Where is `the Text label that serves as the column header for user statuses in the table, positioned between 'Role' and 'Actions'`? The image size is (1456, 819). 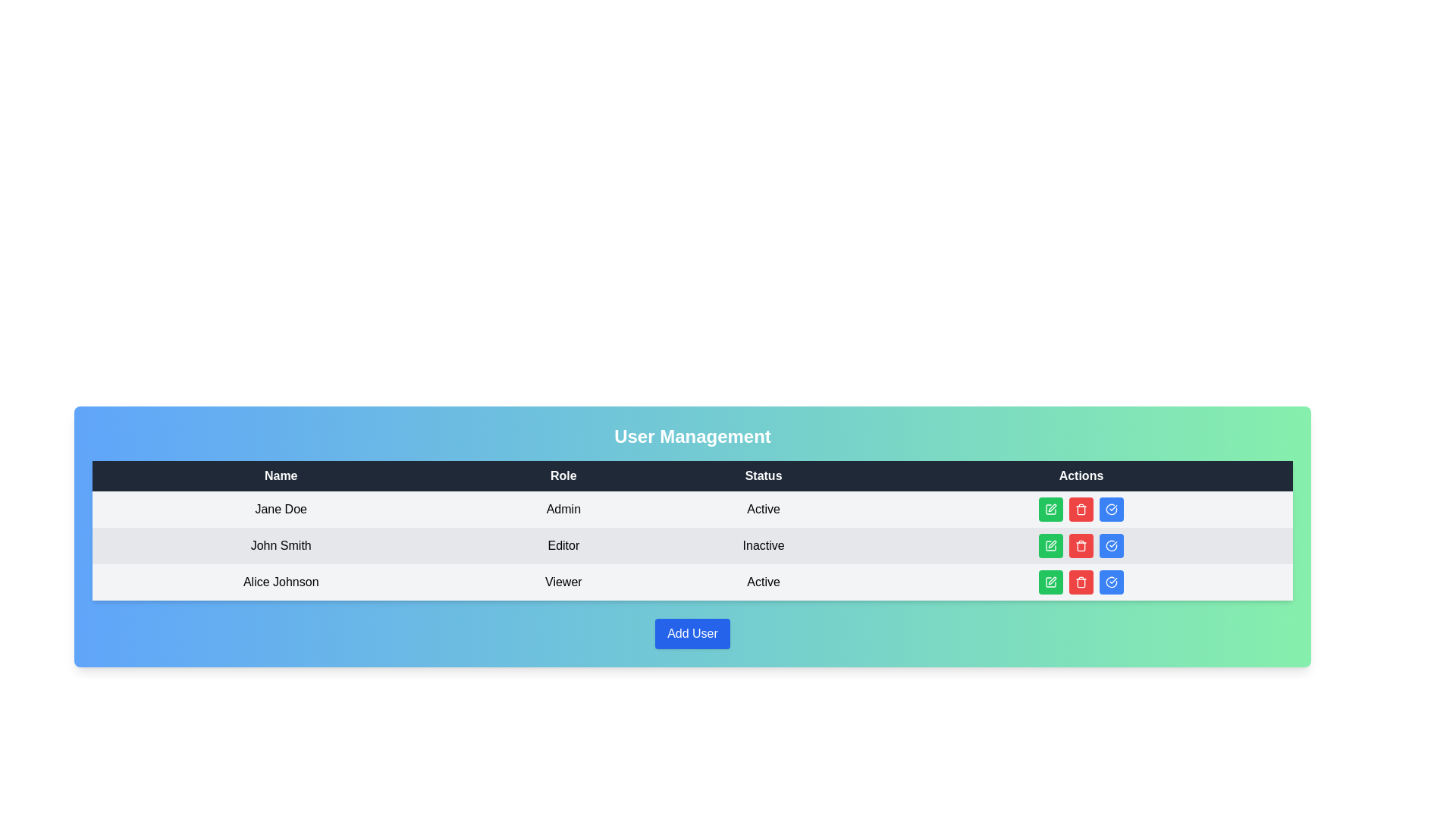 the Text label that serves as the column header for user statuses in the table, positioned between 'Role' and 'Actions' is located at coordinates (764, 475).